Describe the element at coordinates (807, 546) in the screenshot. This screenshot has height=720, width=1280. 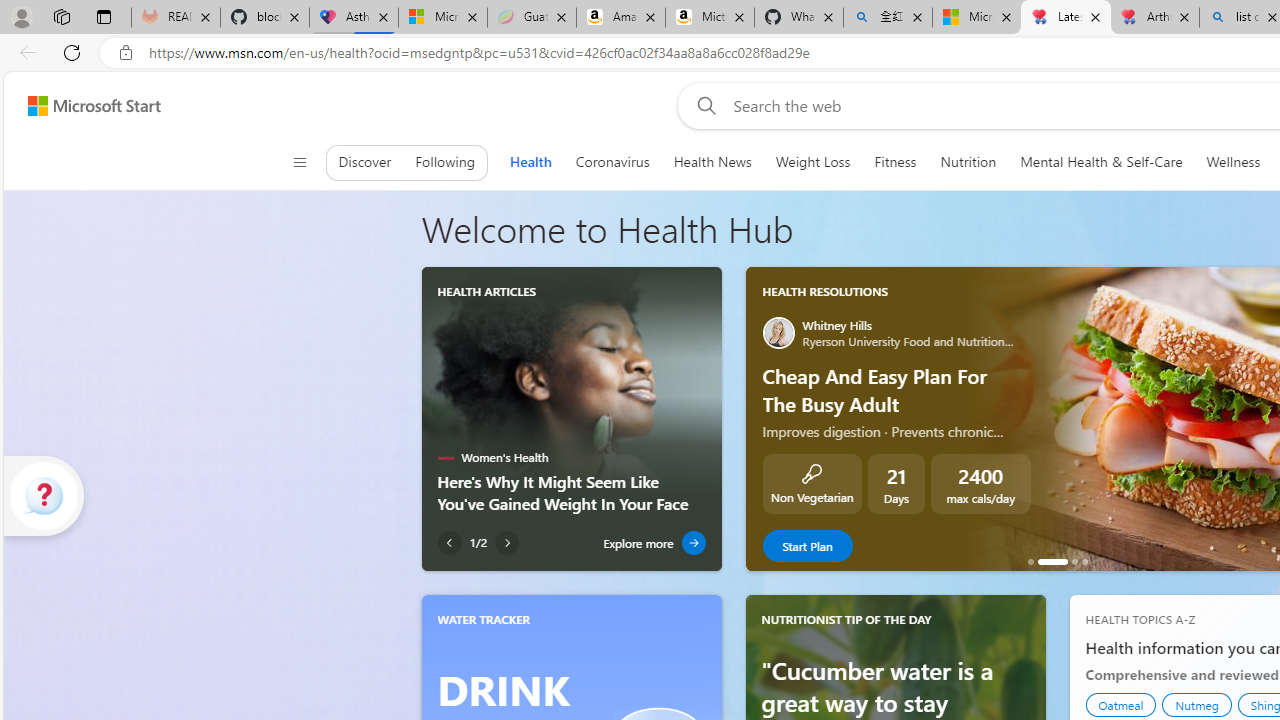
I see `'Start Plan'` at that location.